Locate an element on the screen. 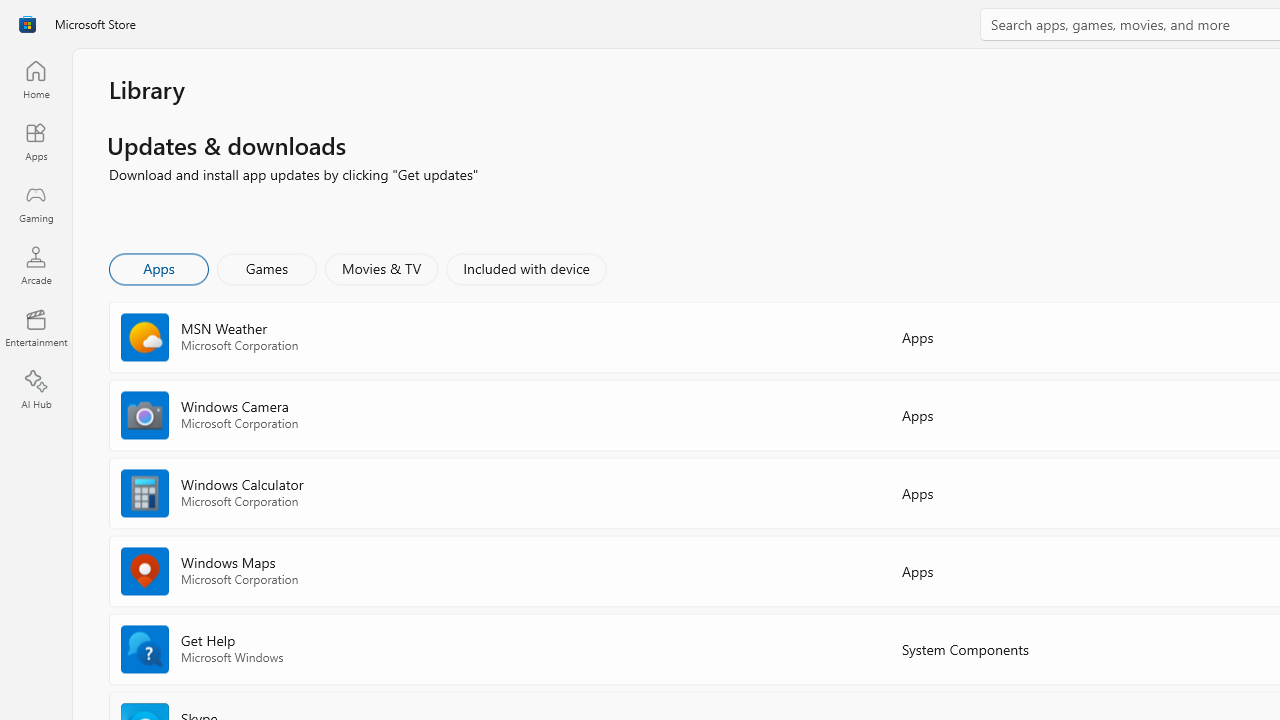  'Entertainment' is located at coordinates (35, 326).